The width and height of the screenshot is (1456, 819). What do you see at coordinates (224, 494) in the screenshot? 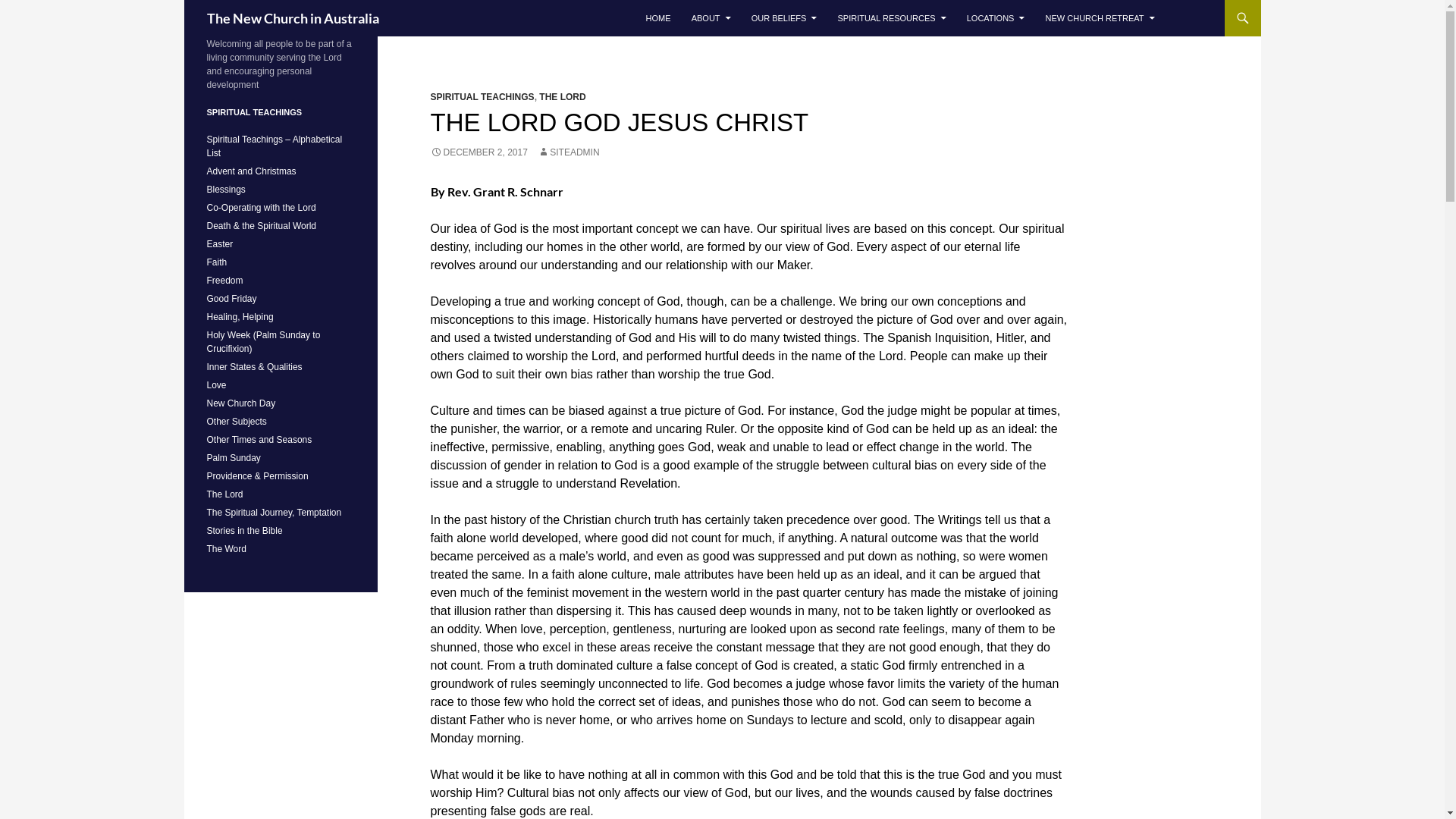
I see `'The Lord'` at bounding box center [224, 494].